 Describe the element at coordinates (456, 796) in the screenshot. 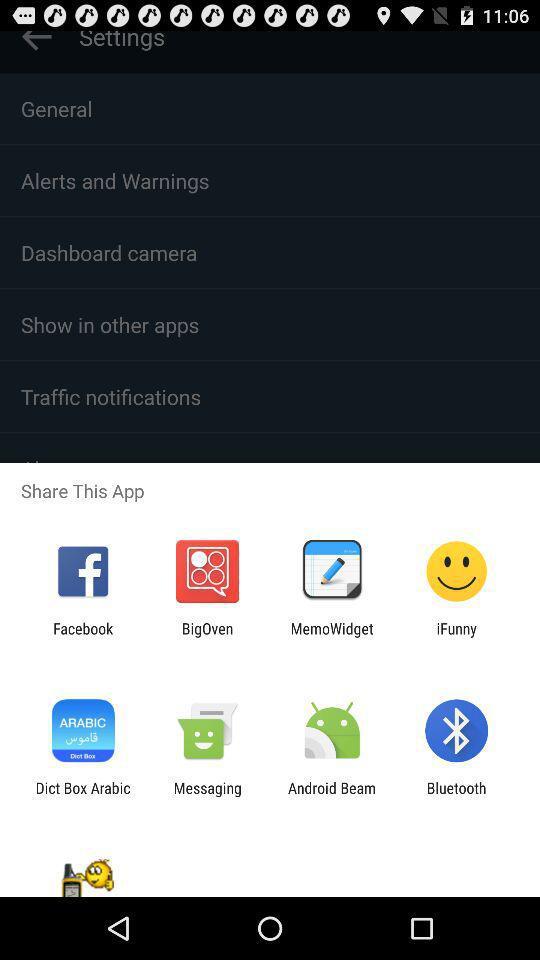

I see `the icon to the right of android beam app` at that location.